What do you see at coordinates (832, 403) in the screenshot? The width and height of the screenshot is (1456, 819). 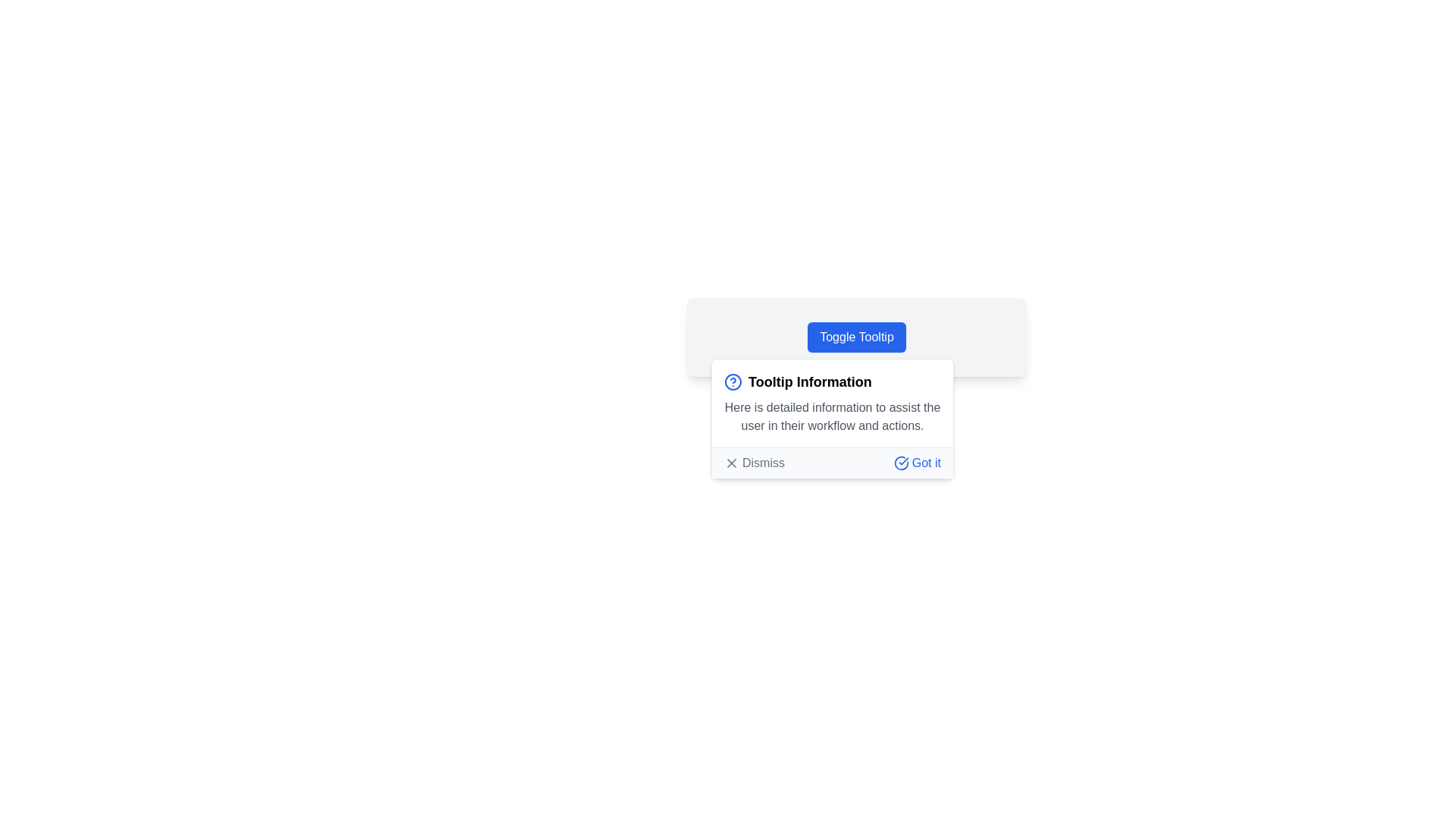 I see `inside the Tooltip Content to copy the text, which starts with 'Tooltip Information' and is located above the 'Dismiss' and 'Got it' buttons` at bounding box center [832, 403].